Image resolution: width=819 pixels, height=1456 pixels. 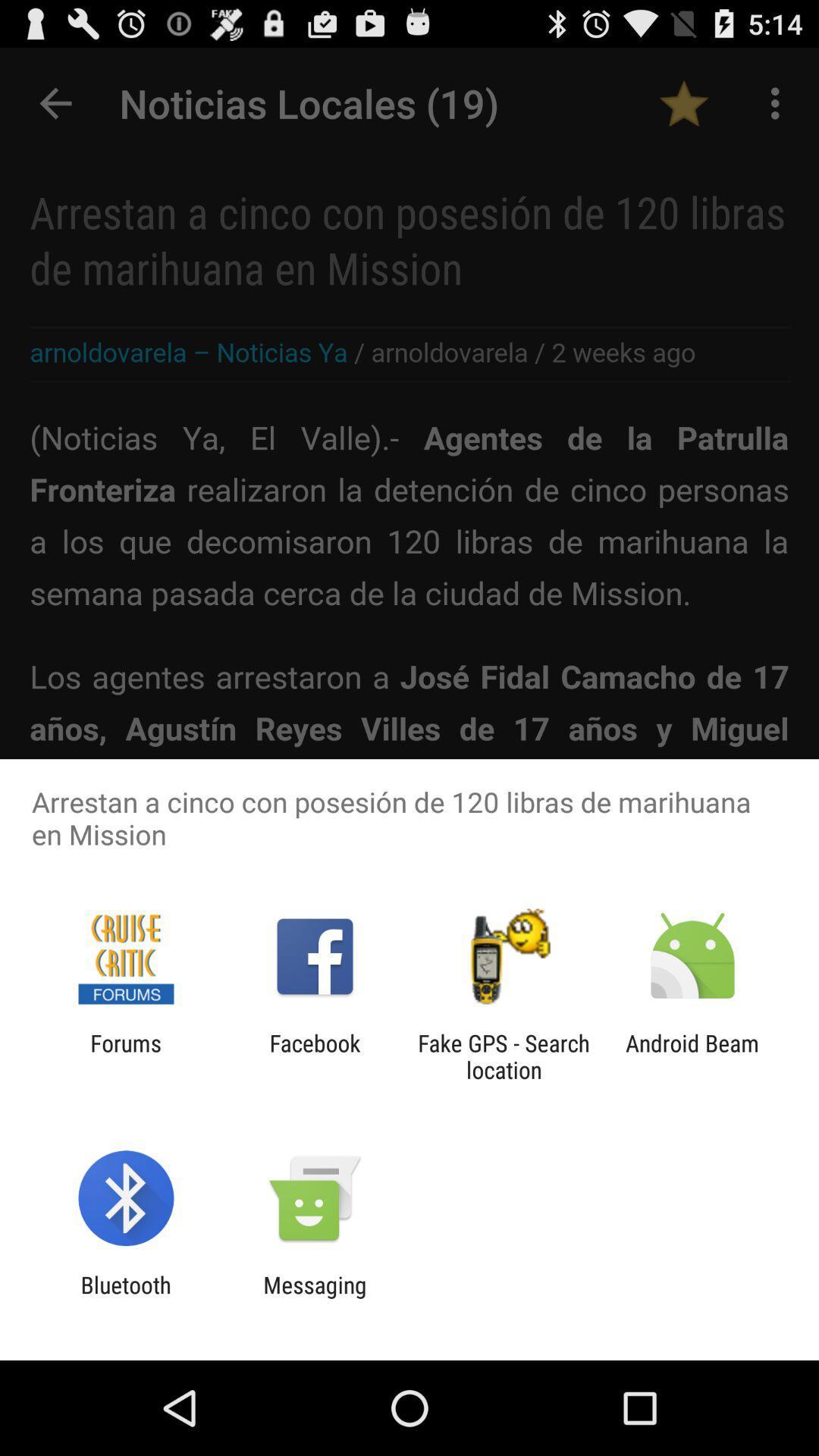 What do you see at coordinates (314, 1298) in the screenshot?
I see `the app next to bluetooth app` at bounding box center [314, 1298].